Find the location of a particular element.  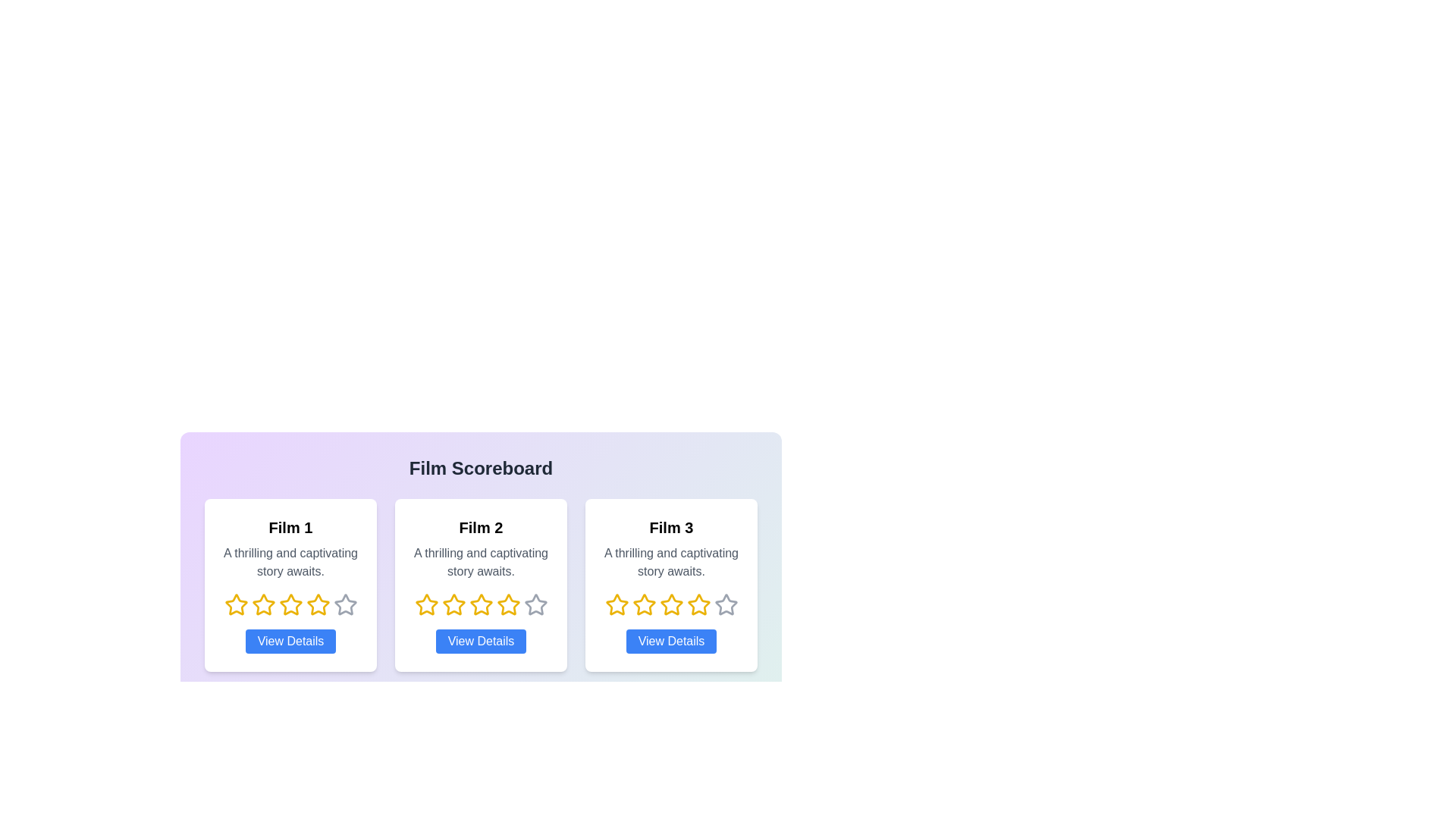

the rating of a film to 5 stars by clicking on the corresponding star is located at coordinates (344, 604).